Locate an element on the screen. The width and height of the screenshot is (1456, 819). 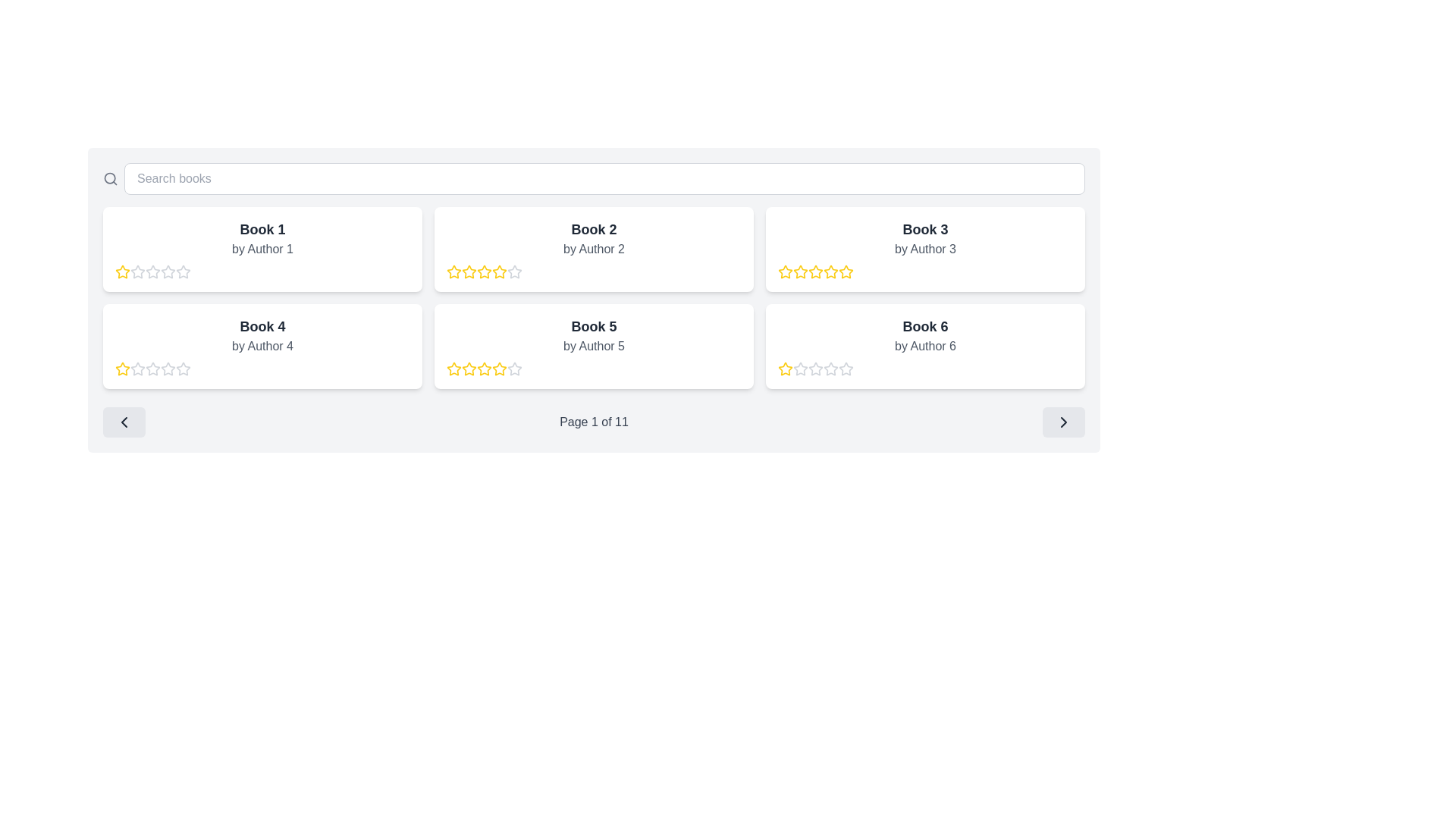
the fifth rating star icon representing 'Book 6' is located at coordinates (830, 369).